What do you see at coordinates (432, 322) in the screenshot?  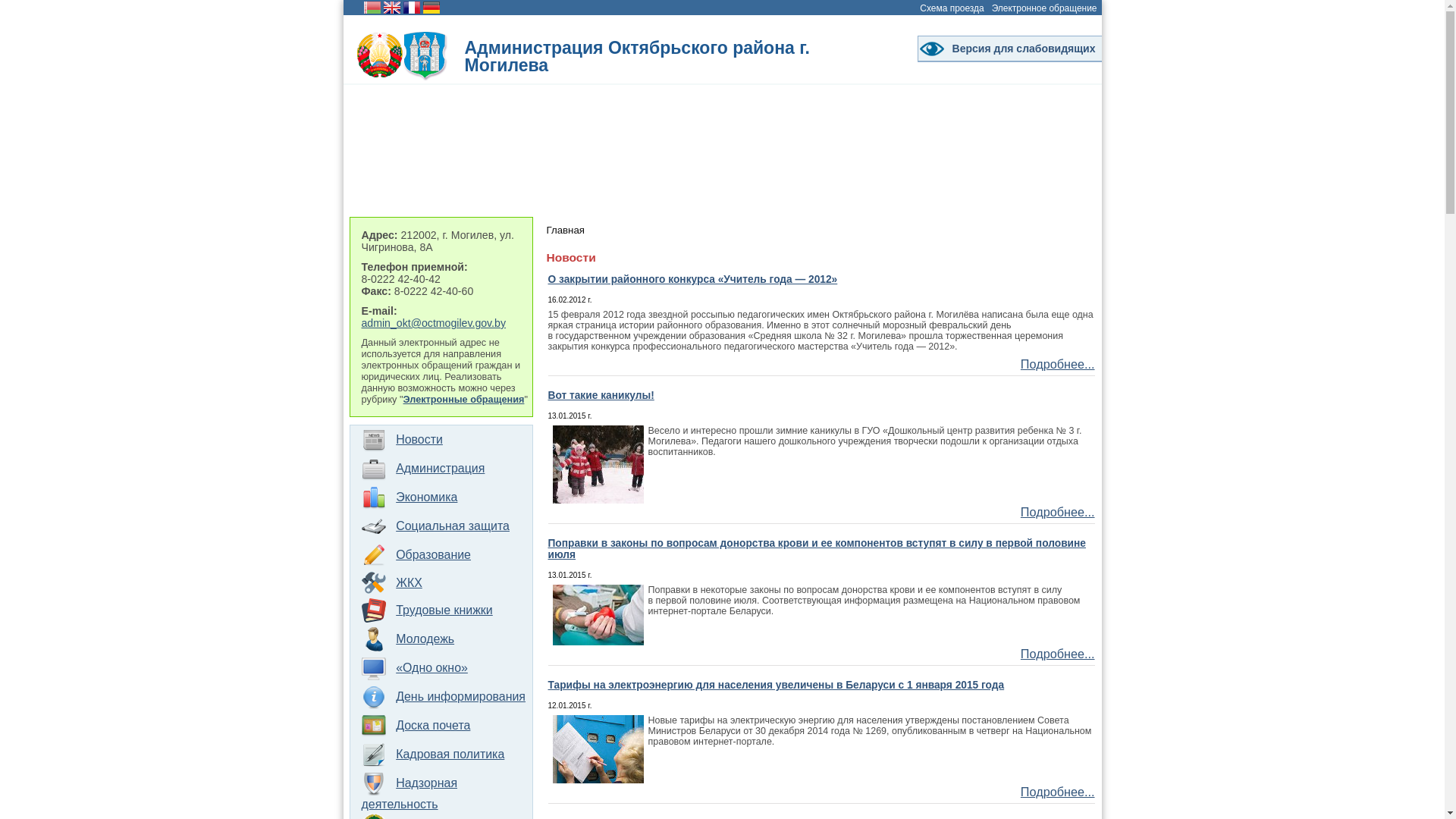 I see `'admin_okt@octmogilev.gov.by'` at bounding box center [432, 322].